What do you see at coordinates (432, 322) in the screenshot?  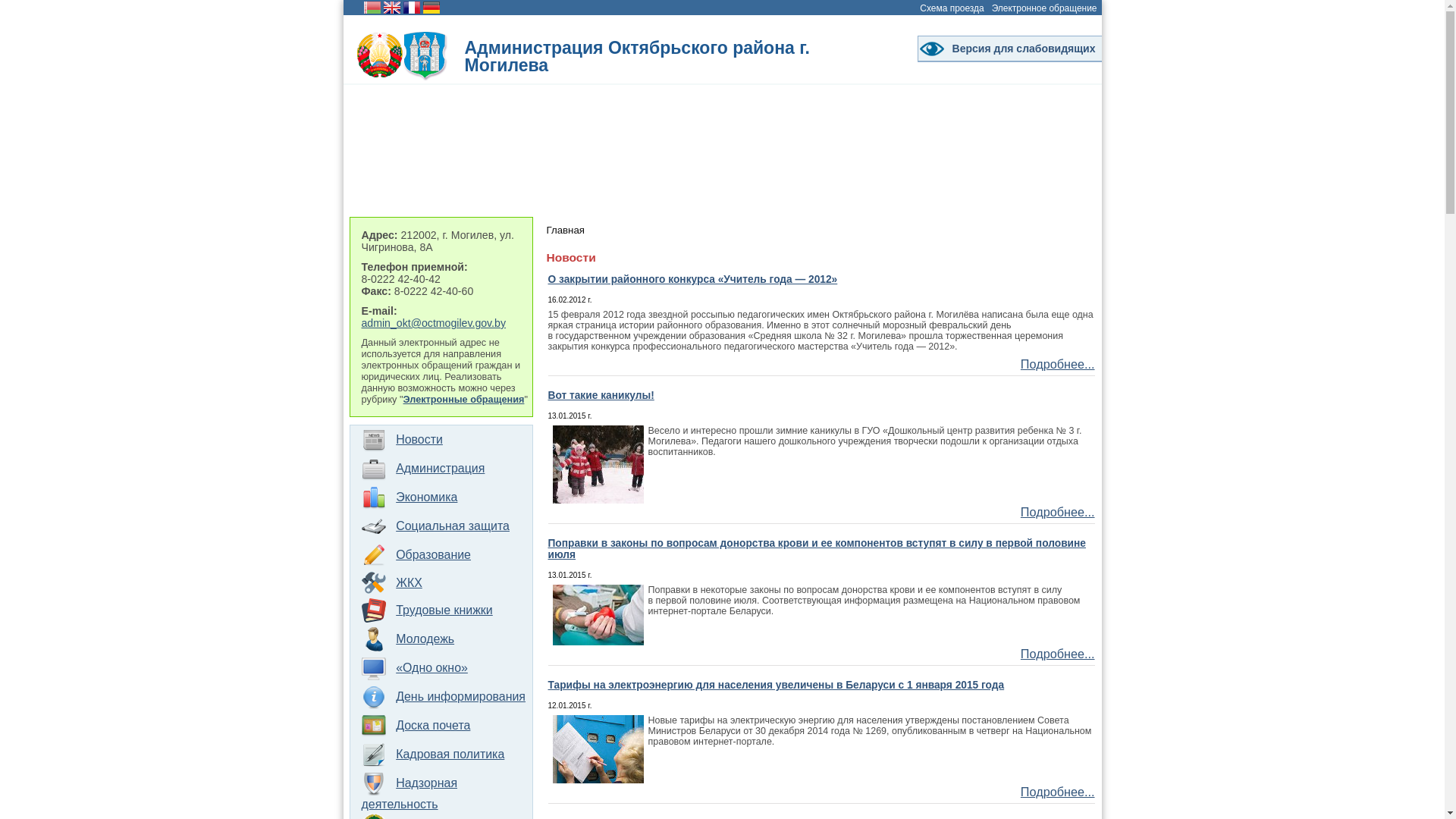 I see `'admin_okt@octmogilev.gov.by'` at bounding box center [432, 322].